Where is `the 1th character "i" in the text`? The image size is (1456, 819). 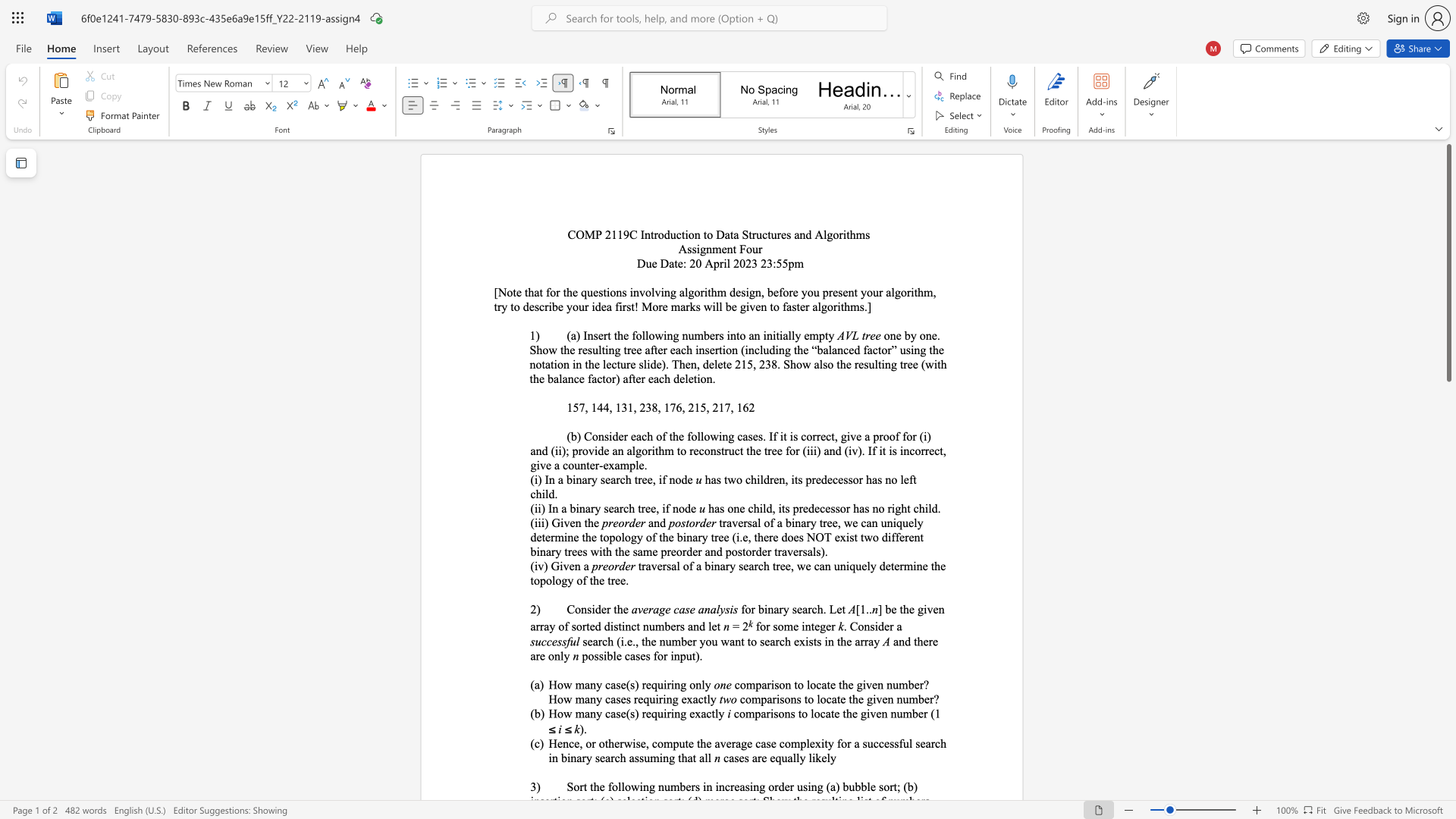 the 1th character "i" in the text is located at coordinates (766, 608).